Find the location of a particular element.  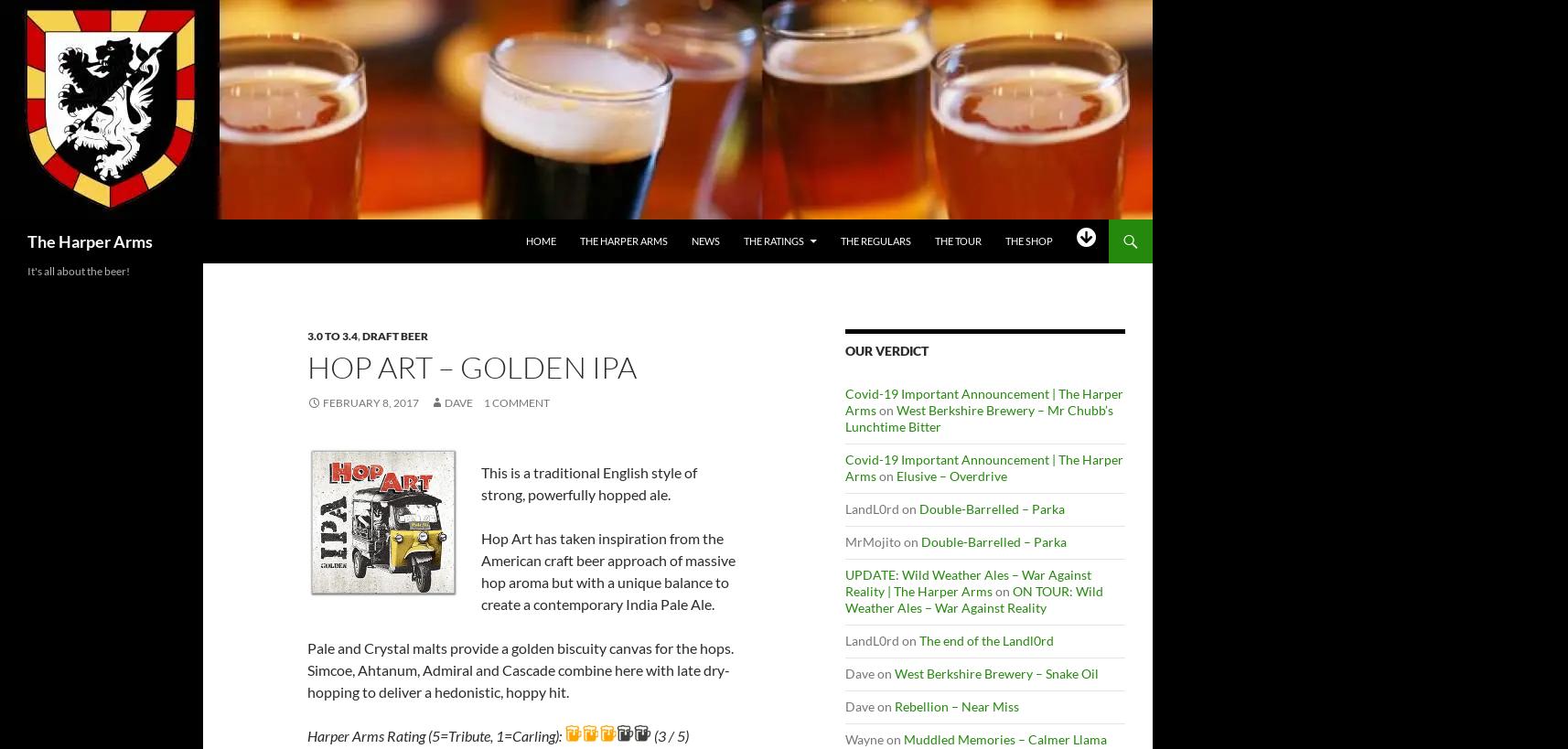

'This is a traditional English style of strong, powerfully hopped ale.' is located at coordinates (586, 483).